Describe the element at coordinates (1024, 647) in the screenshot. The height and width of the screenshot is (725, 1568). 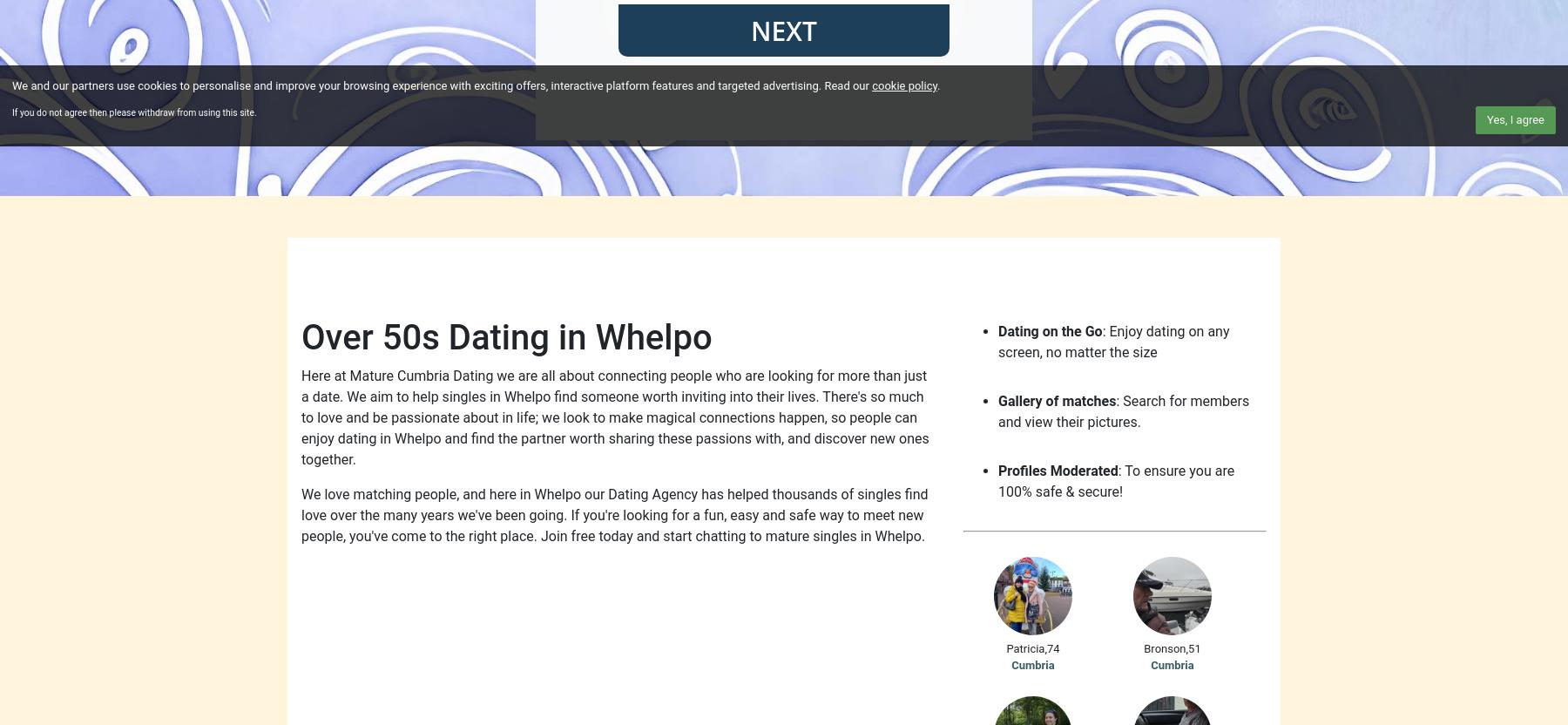
I see `'Patricia'` at that location.